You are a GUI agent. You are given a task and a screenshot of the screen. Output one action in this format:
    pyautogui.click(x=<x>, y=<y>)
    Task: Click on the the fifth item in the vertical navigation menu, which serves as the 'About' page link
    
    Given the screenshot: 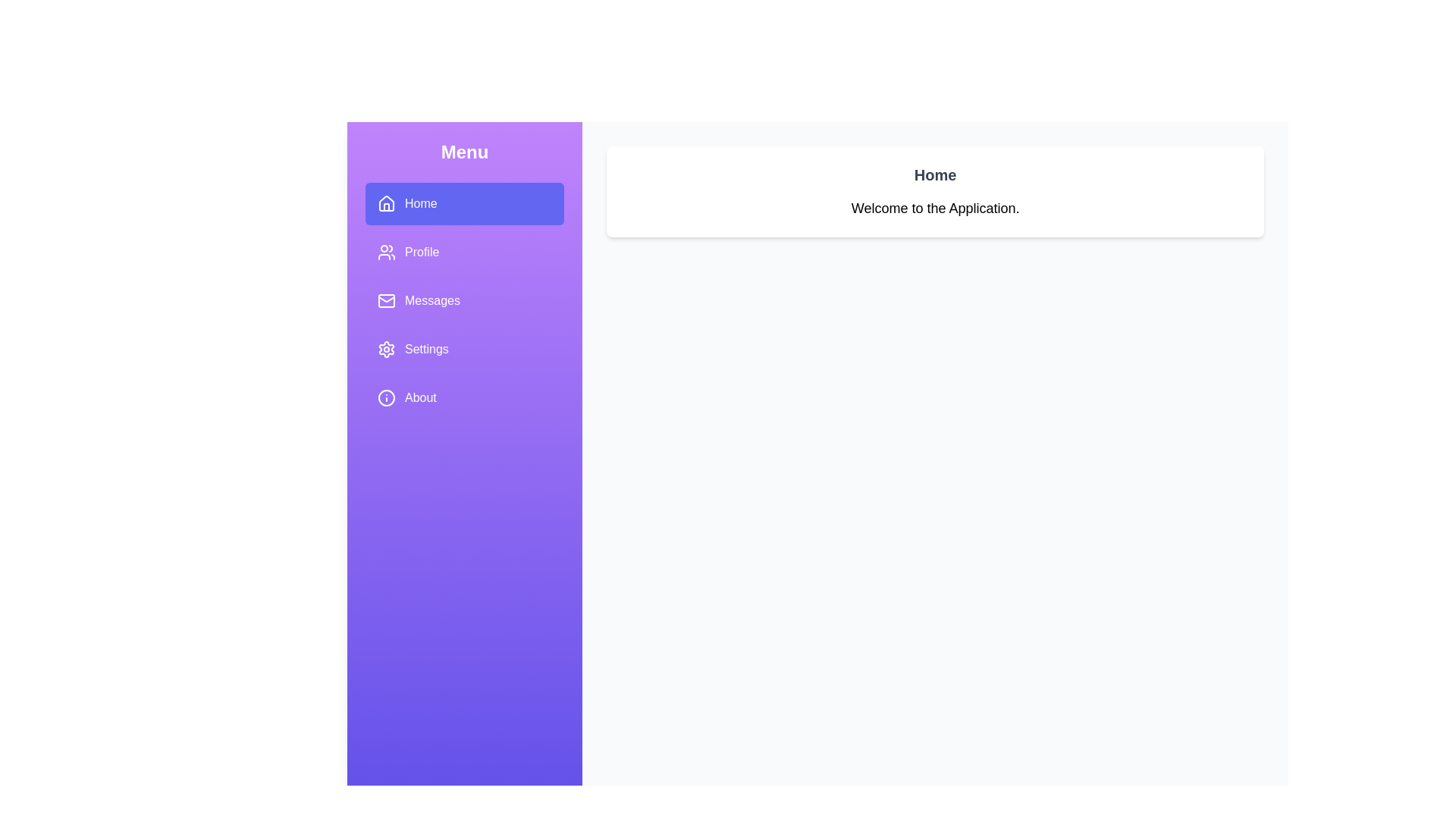 What is the action you would take?
    pyautogui.click(x=464, y=397)
    